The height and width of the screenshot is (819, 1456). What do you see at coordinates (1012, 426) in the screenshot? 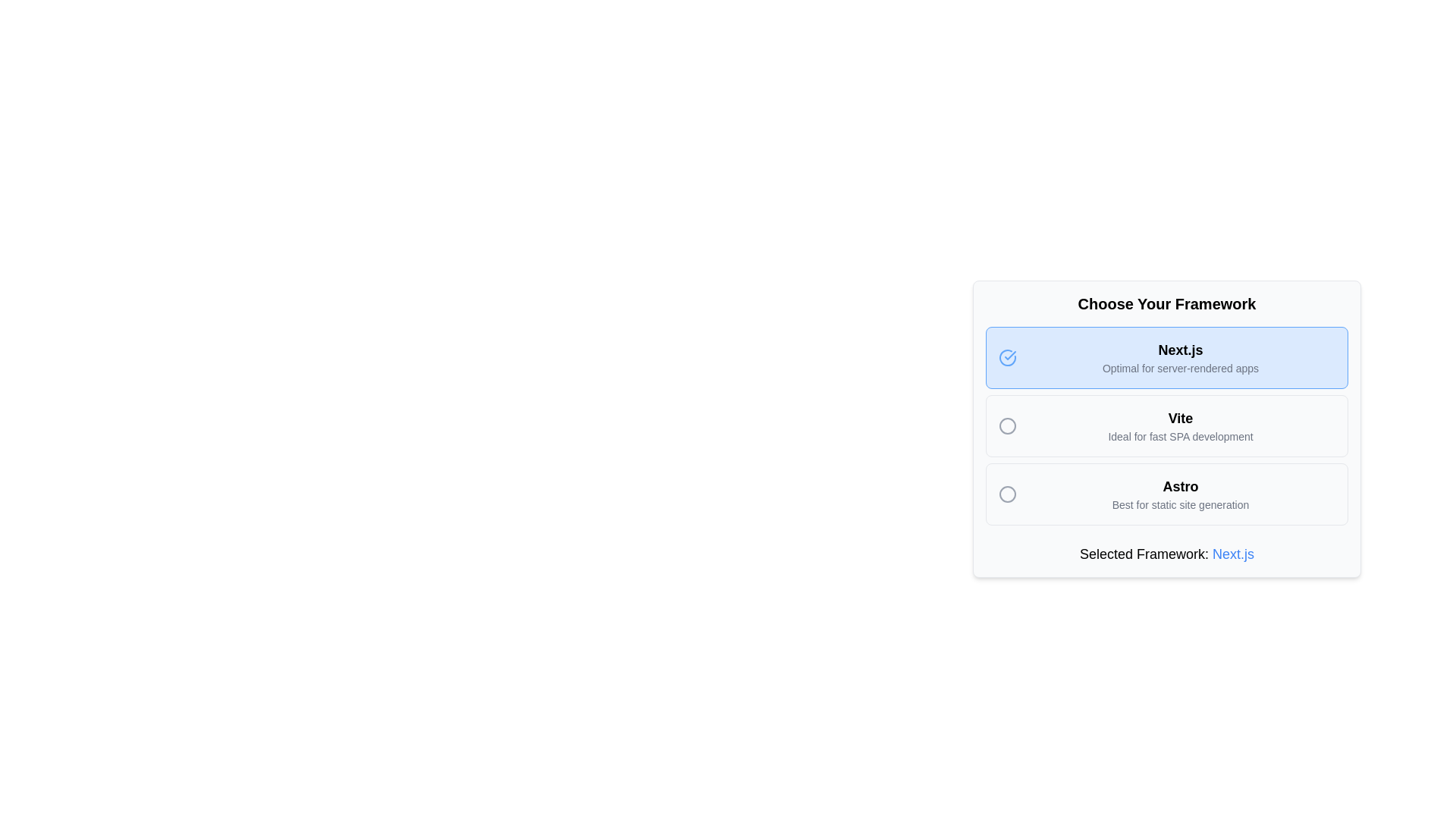
I see `the radio button for 'Vite'` at bounding box center [1012, 426].